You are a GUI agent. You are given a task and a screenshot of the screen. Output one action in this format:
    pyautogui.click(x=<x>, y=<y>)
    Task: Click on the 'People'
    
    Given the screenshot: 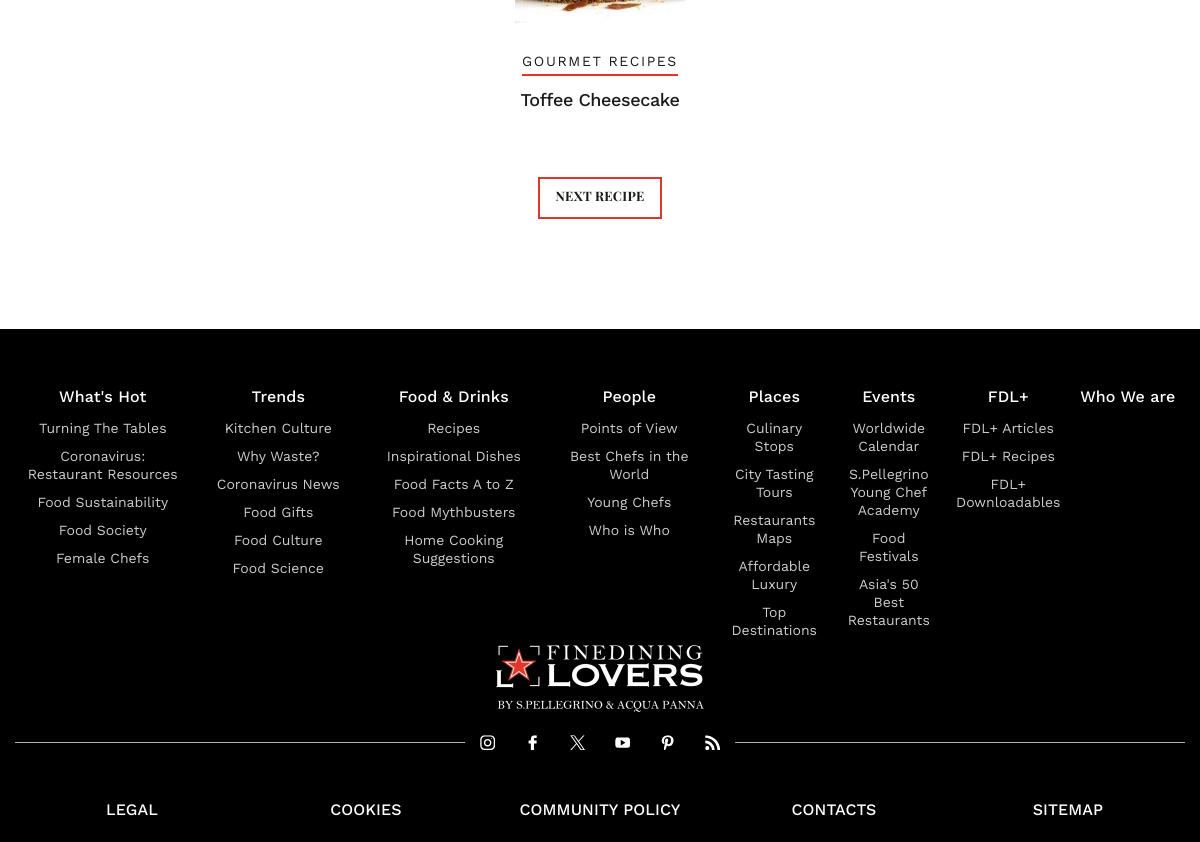 What is the action you would take?
    pyautogui.click(x=602, y=396)
    